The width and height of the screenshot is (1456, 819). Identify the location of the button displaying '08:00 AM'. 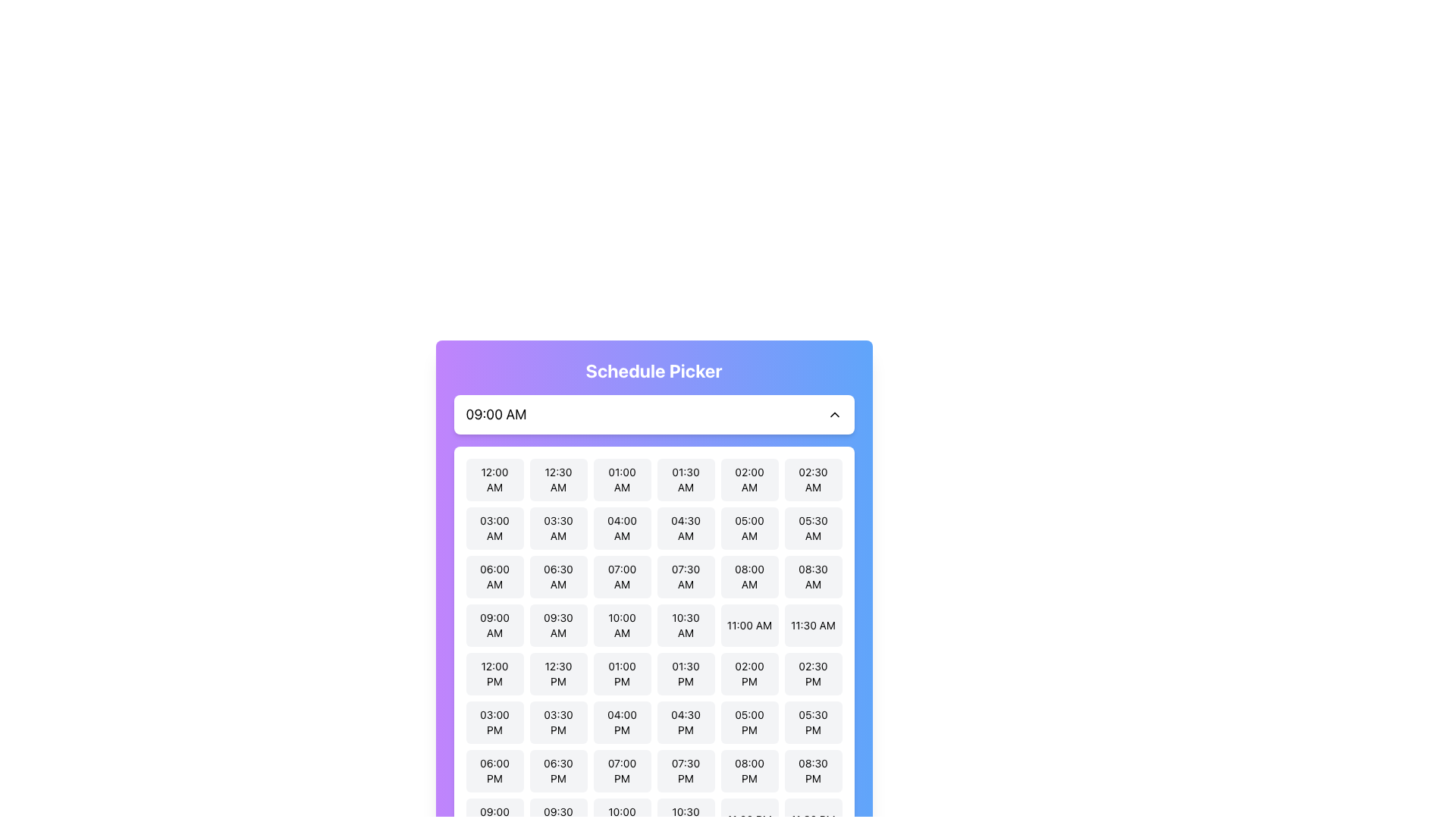
(749, 576).